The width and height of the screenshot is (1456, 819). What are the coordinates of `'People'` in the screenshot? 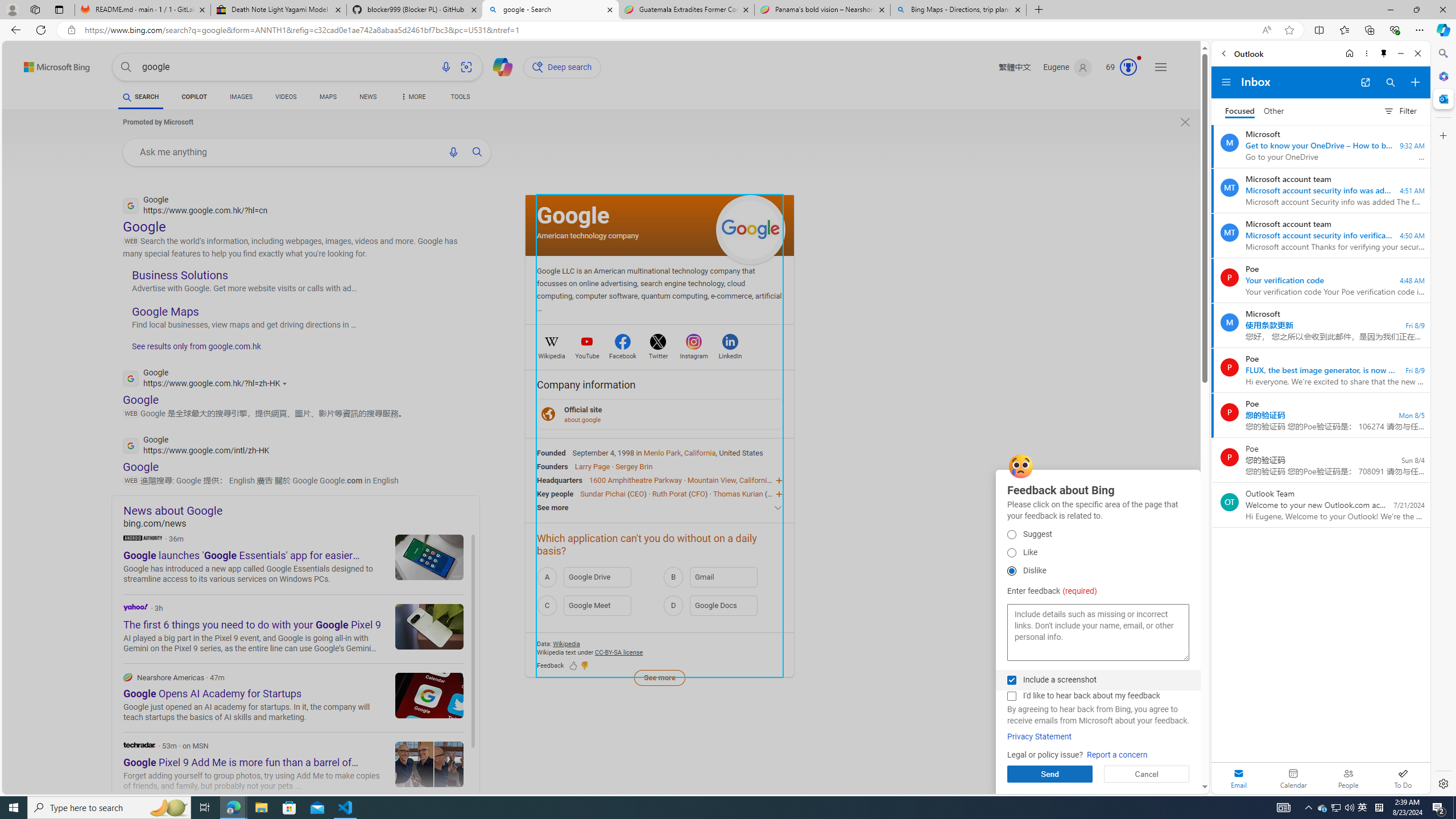 It's located at (1347, 777).